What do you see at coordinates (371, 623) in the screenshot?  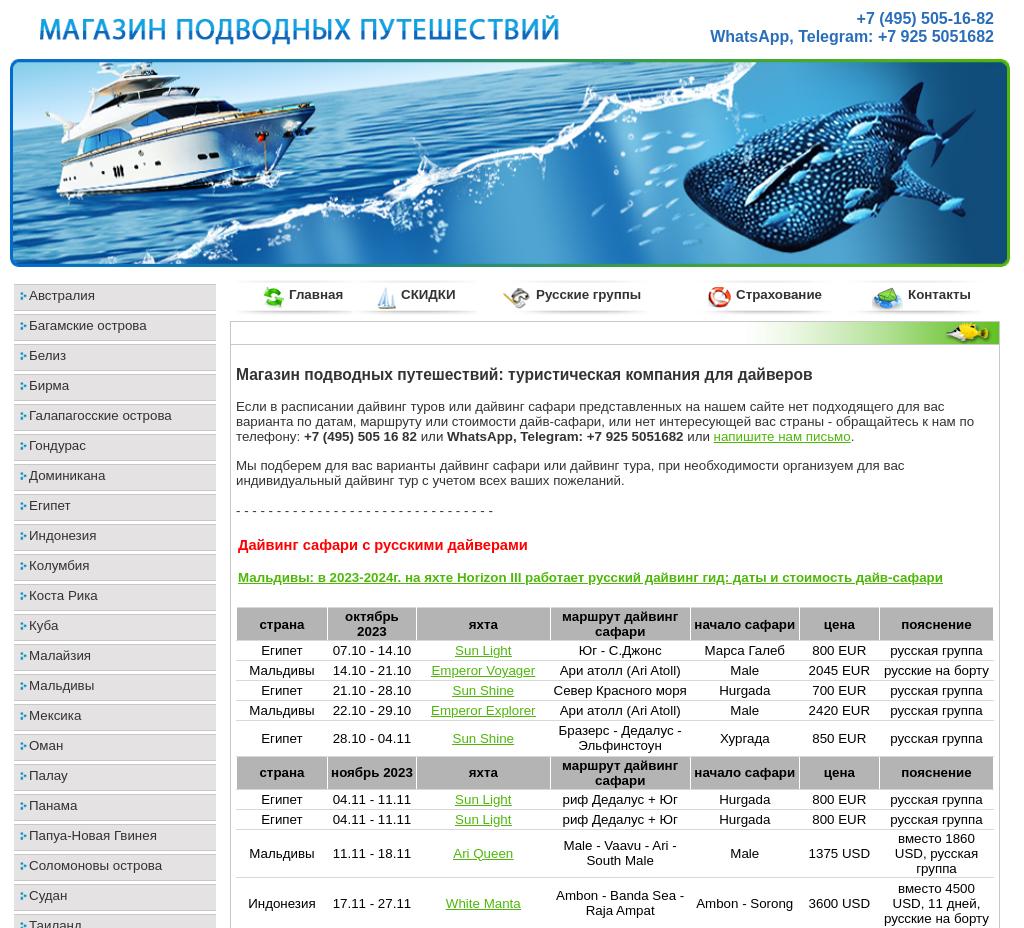 I see `'октябрь 2023'` at bounding box center [371, 623].